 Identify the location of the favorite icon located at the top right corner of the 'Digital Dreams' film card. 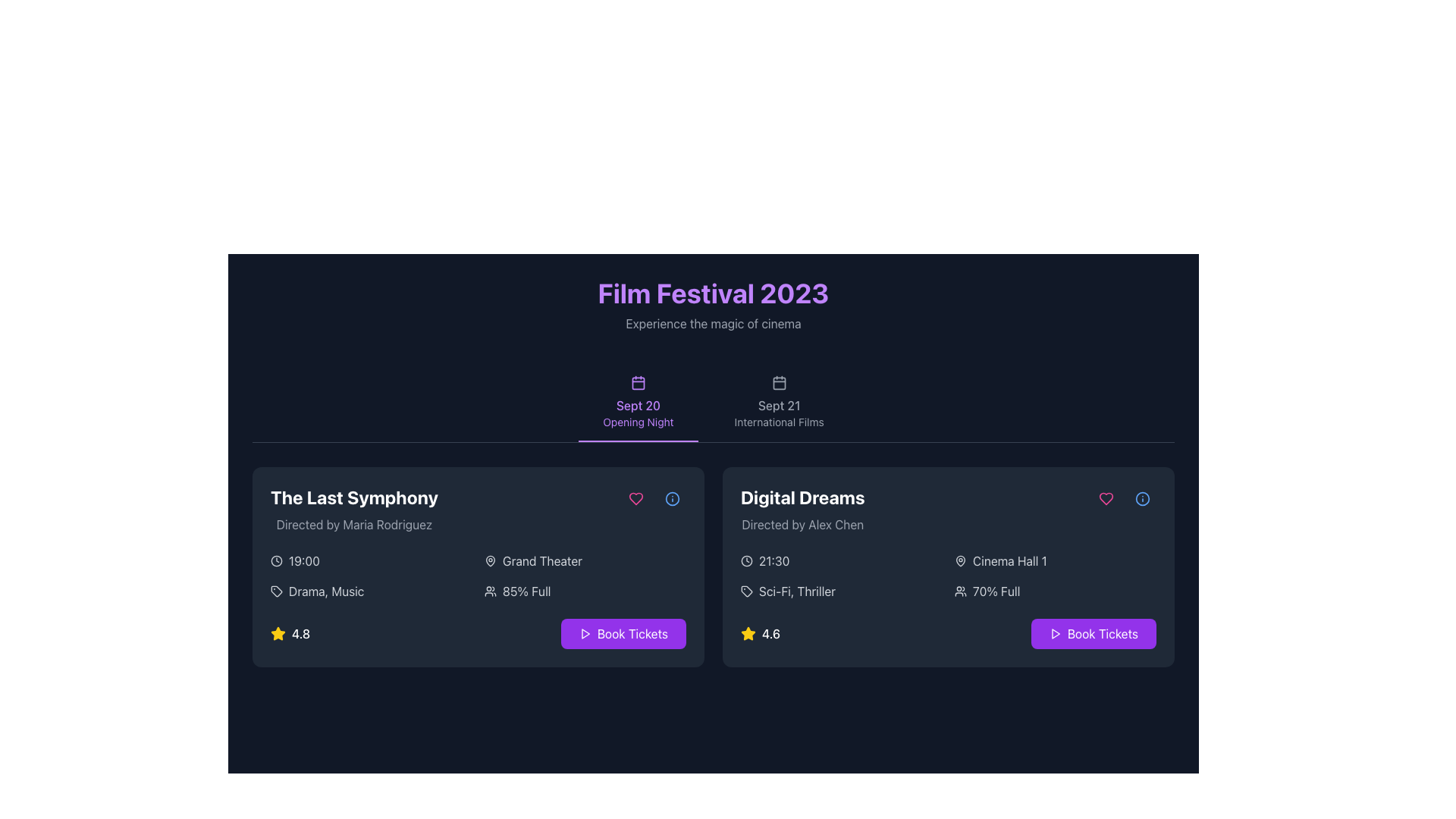
(1106, 499).